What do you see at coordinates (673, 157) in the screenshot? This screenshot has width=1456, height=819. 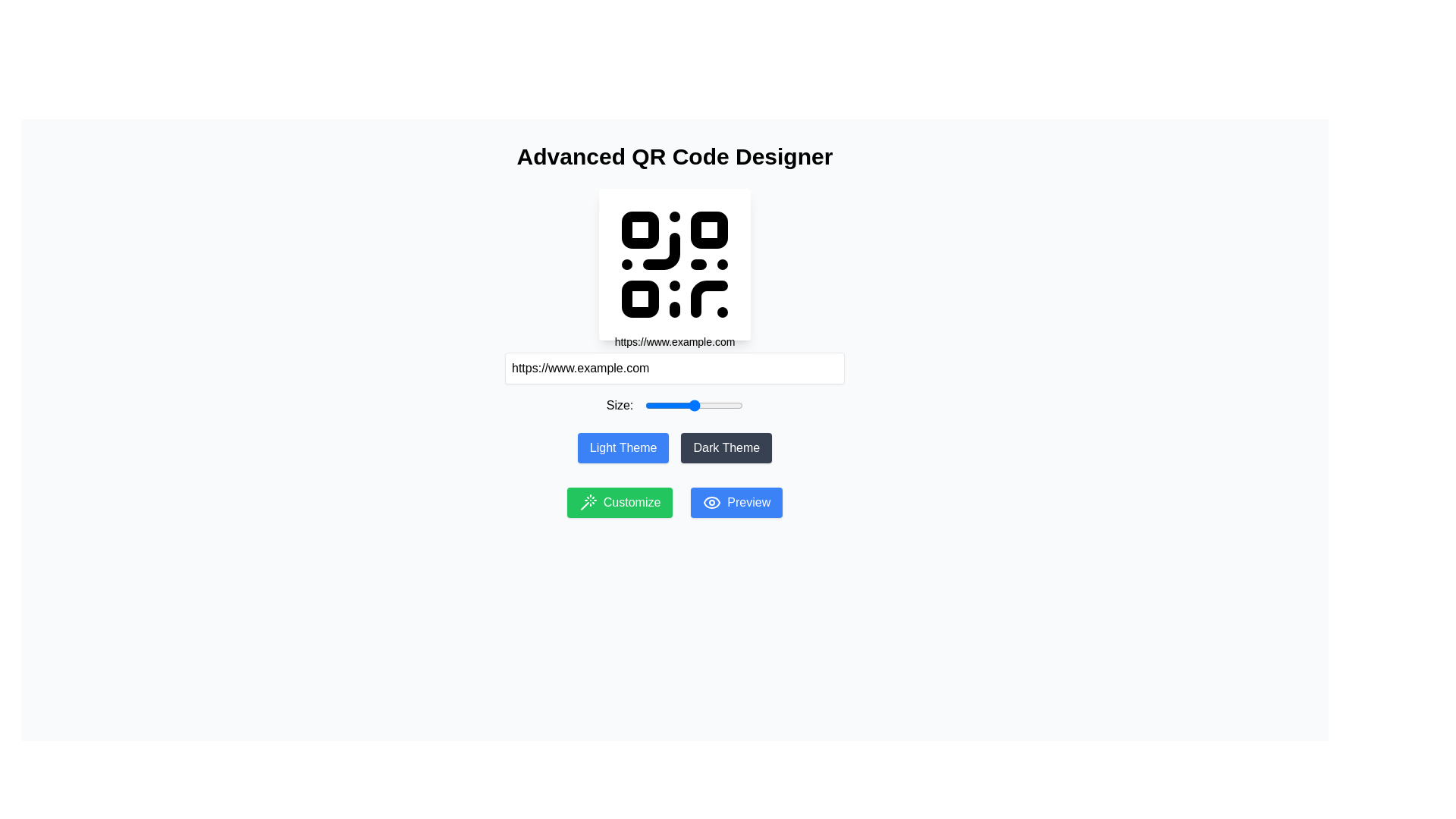 I see `the bold text label reading 'Advanced QR Code Designer' located at the top center of the interface` at bounding box center [673, 157].